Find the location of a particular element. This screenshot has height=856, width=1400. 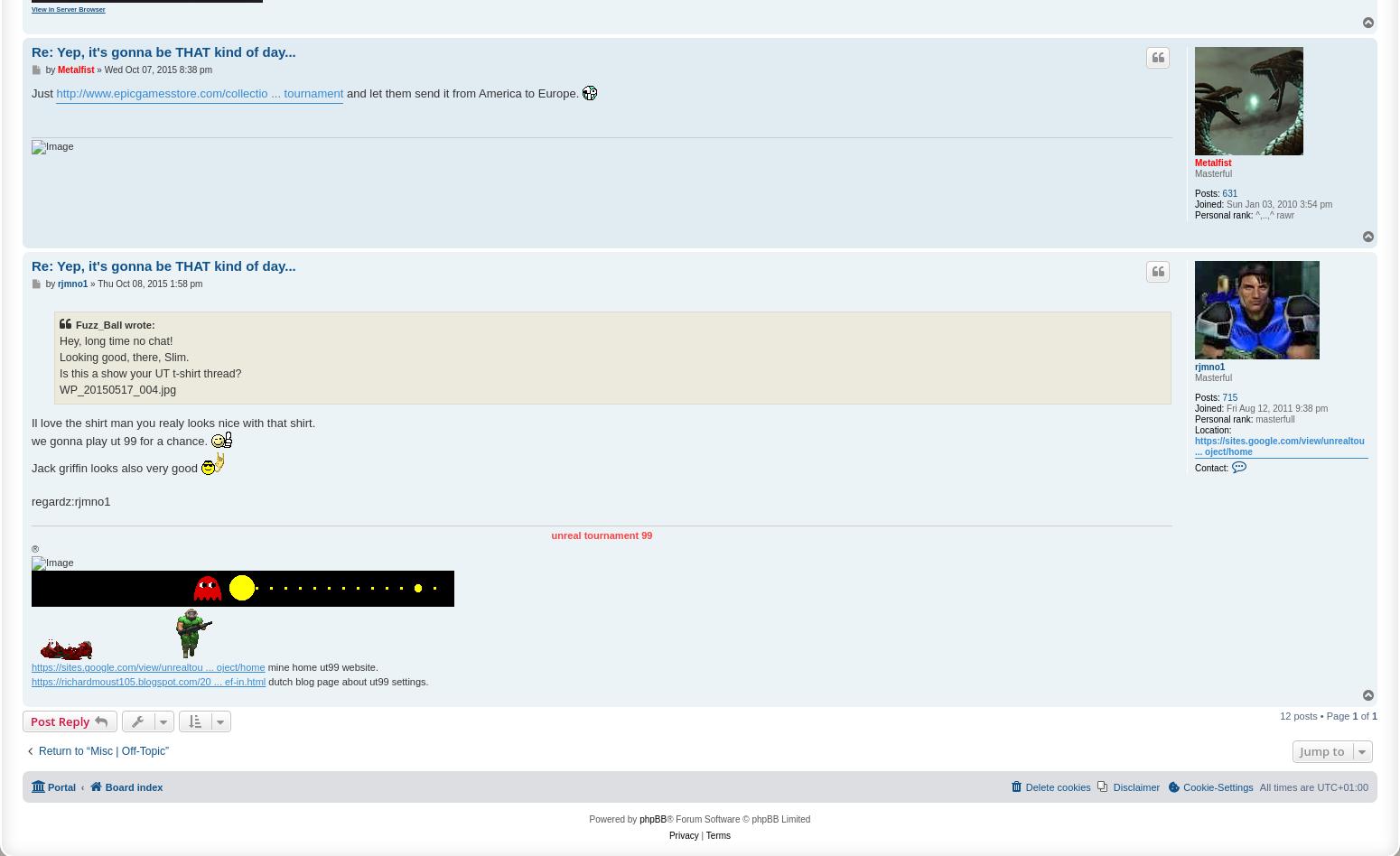

'Board index' is located at coordinates (104, 786).